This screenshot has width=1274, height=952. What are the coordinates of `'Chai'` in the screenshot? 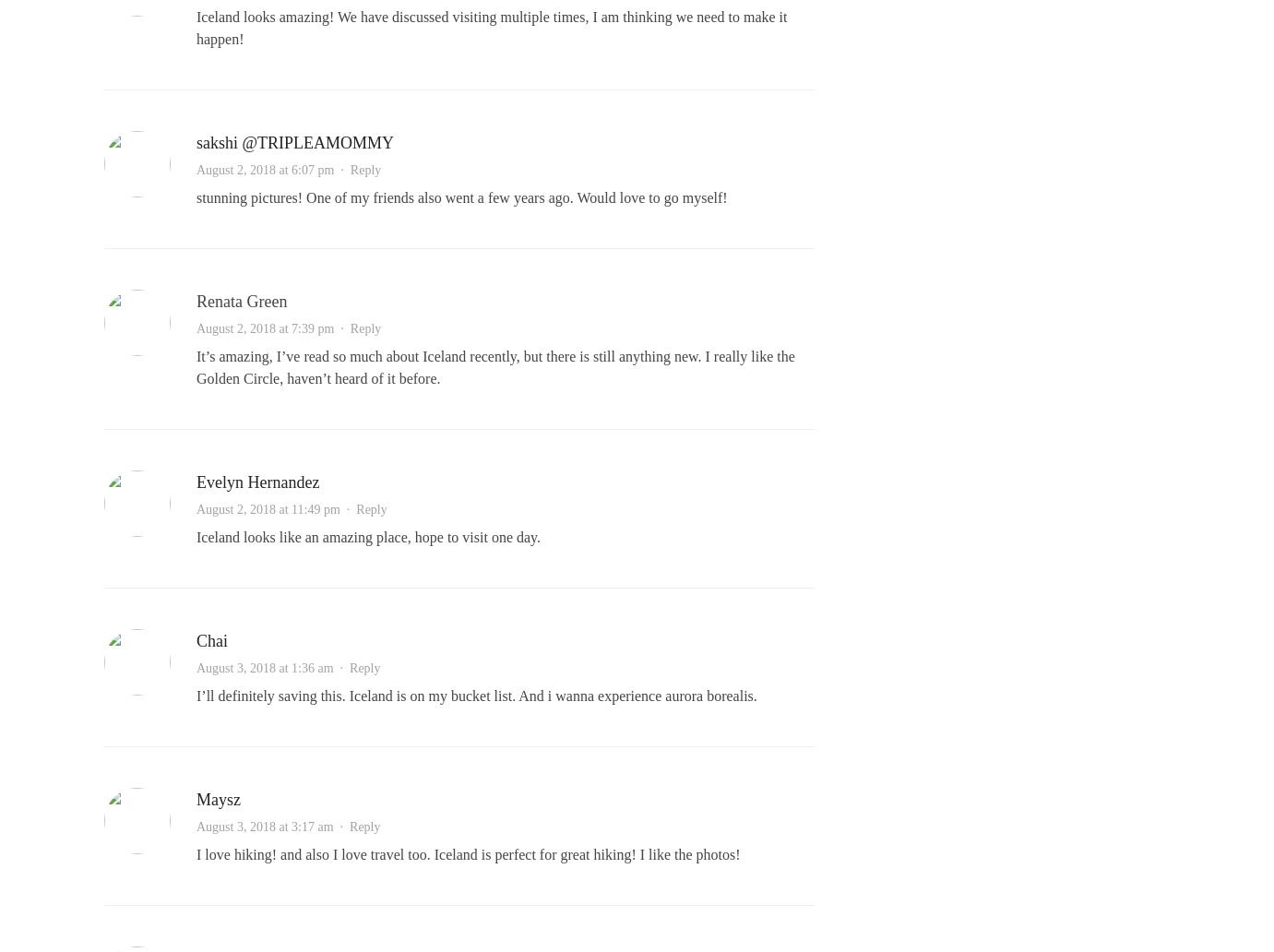 It's located at (210, 639).